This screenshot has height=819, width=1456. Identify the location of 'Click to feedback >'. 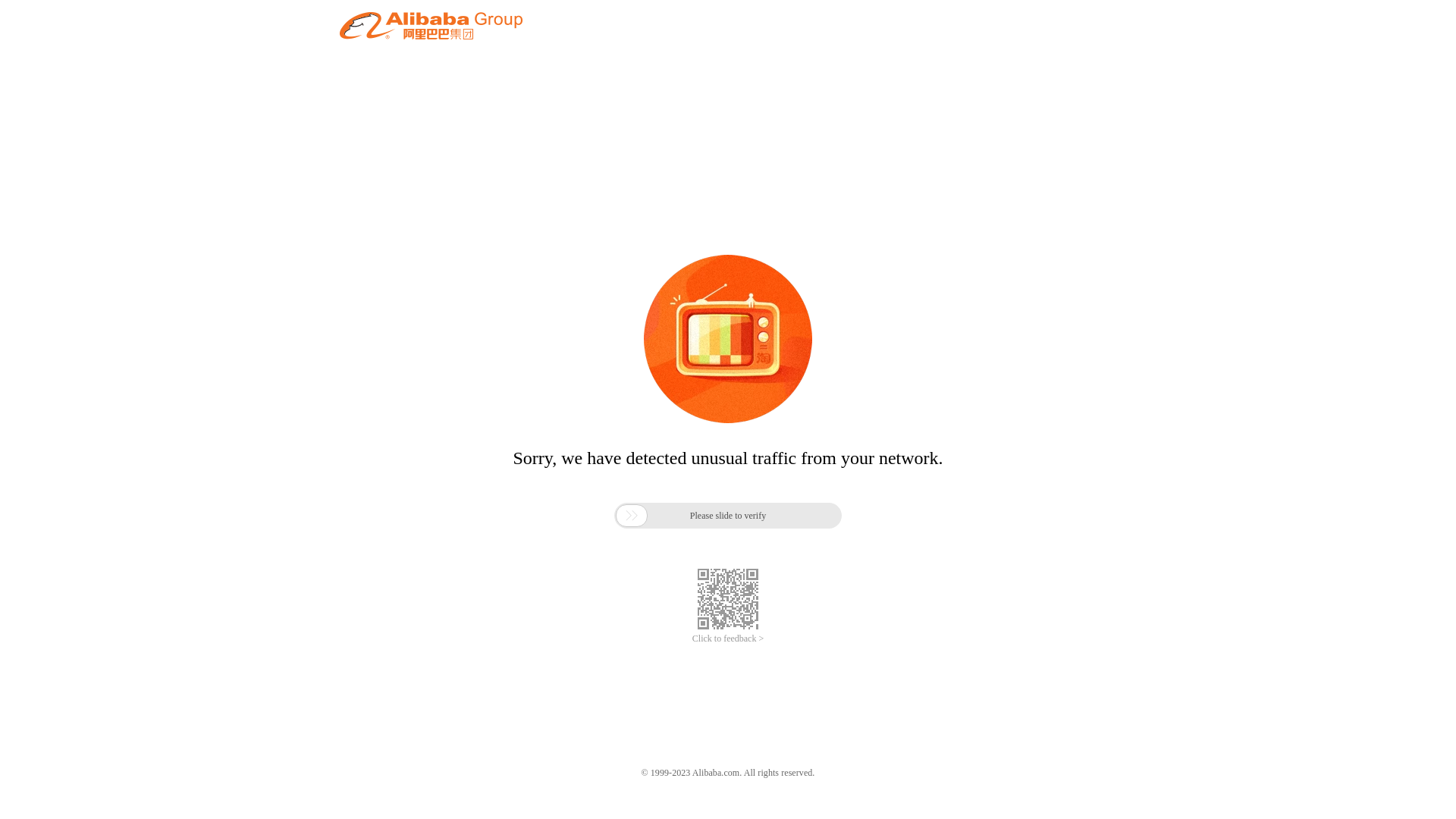
(728, 639).